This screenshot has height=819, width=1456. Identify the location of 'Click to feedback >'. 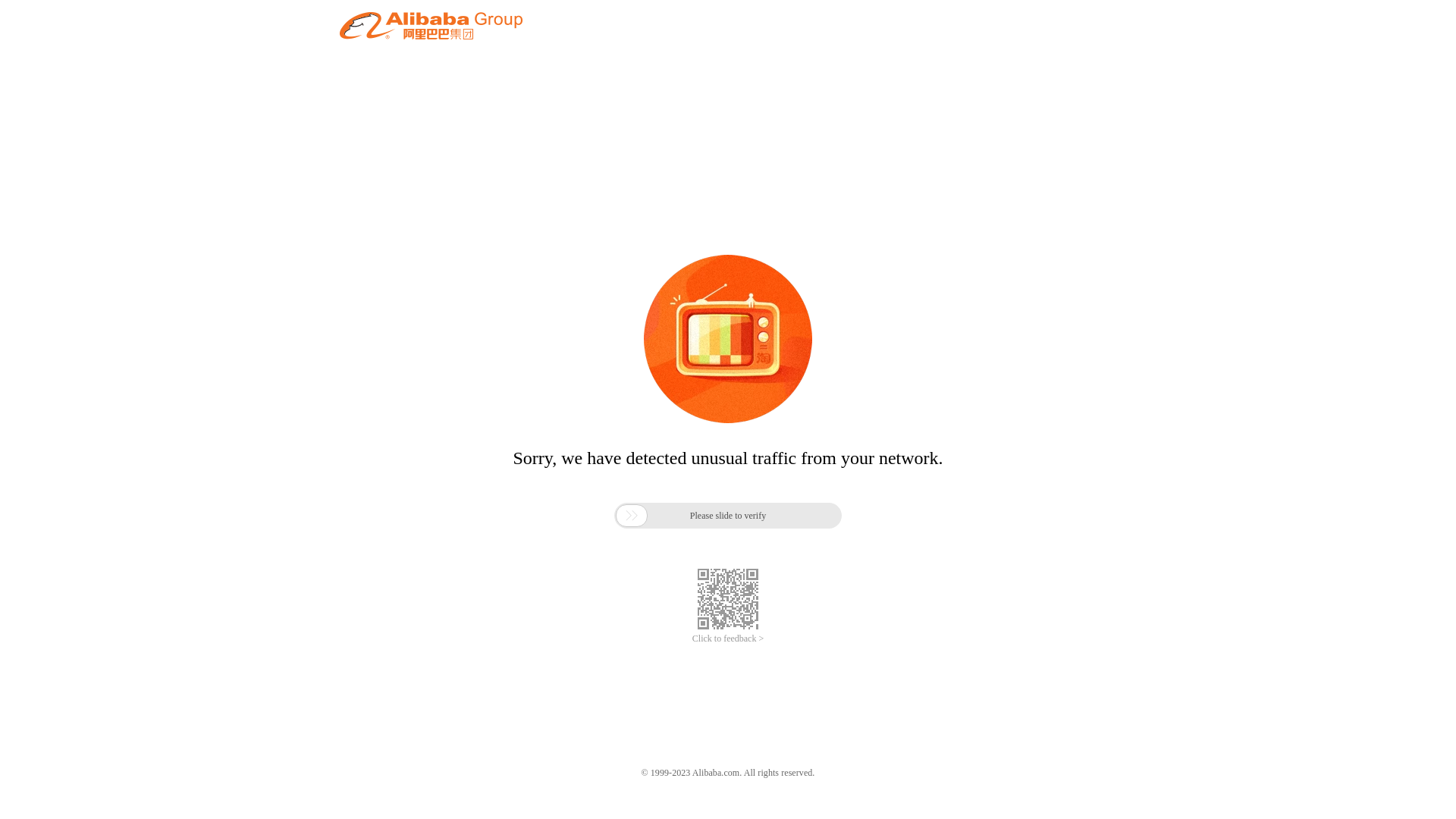
(728, 639).